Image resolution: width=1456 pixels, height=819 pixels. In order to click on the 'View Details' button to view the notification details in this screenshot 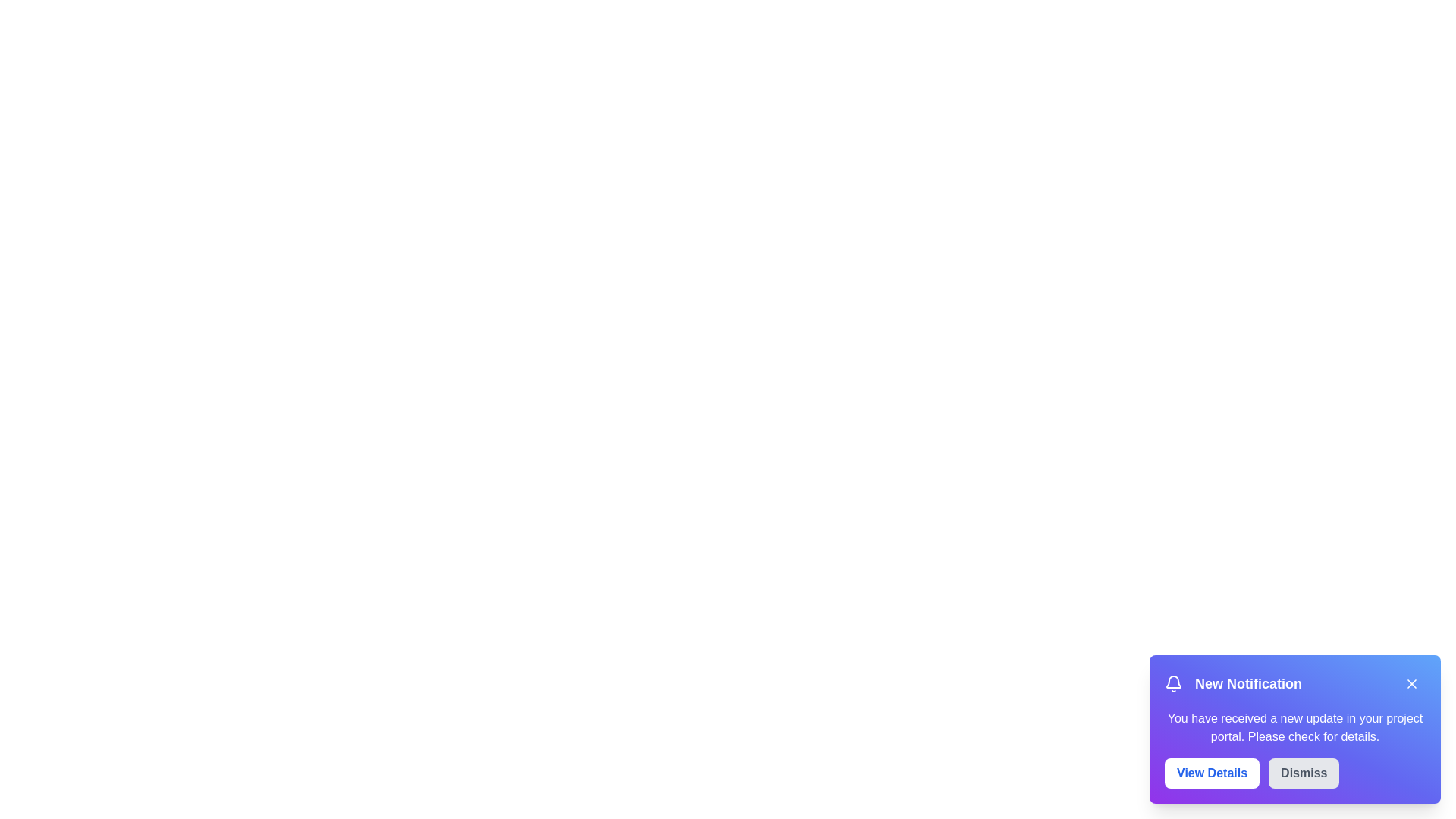, I will do `click(1211, 773)`.